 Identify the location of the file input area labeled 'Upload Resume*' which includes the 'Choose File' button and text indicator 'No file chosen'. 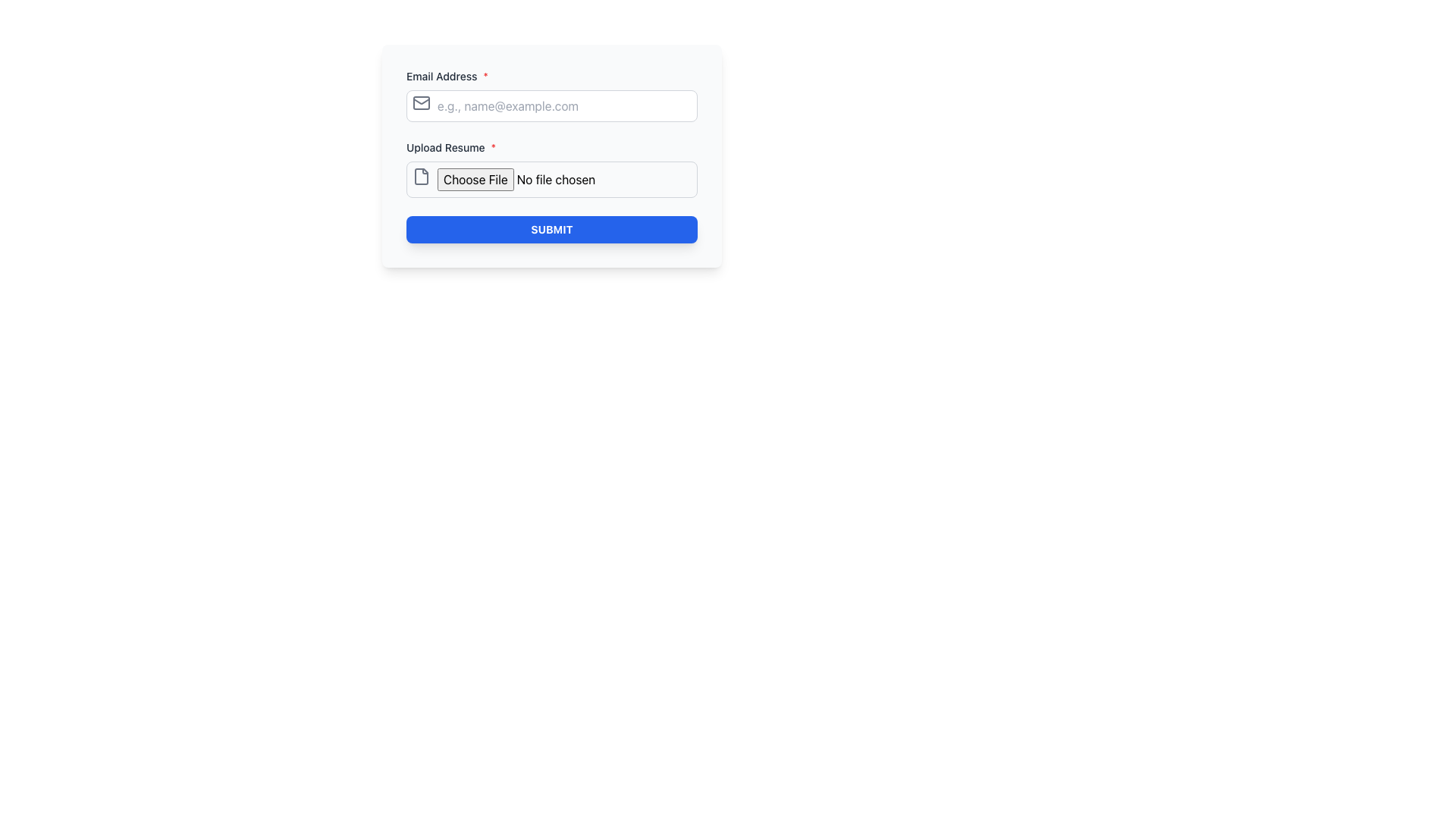
(551, 169).